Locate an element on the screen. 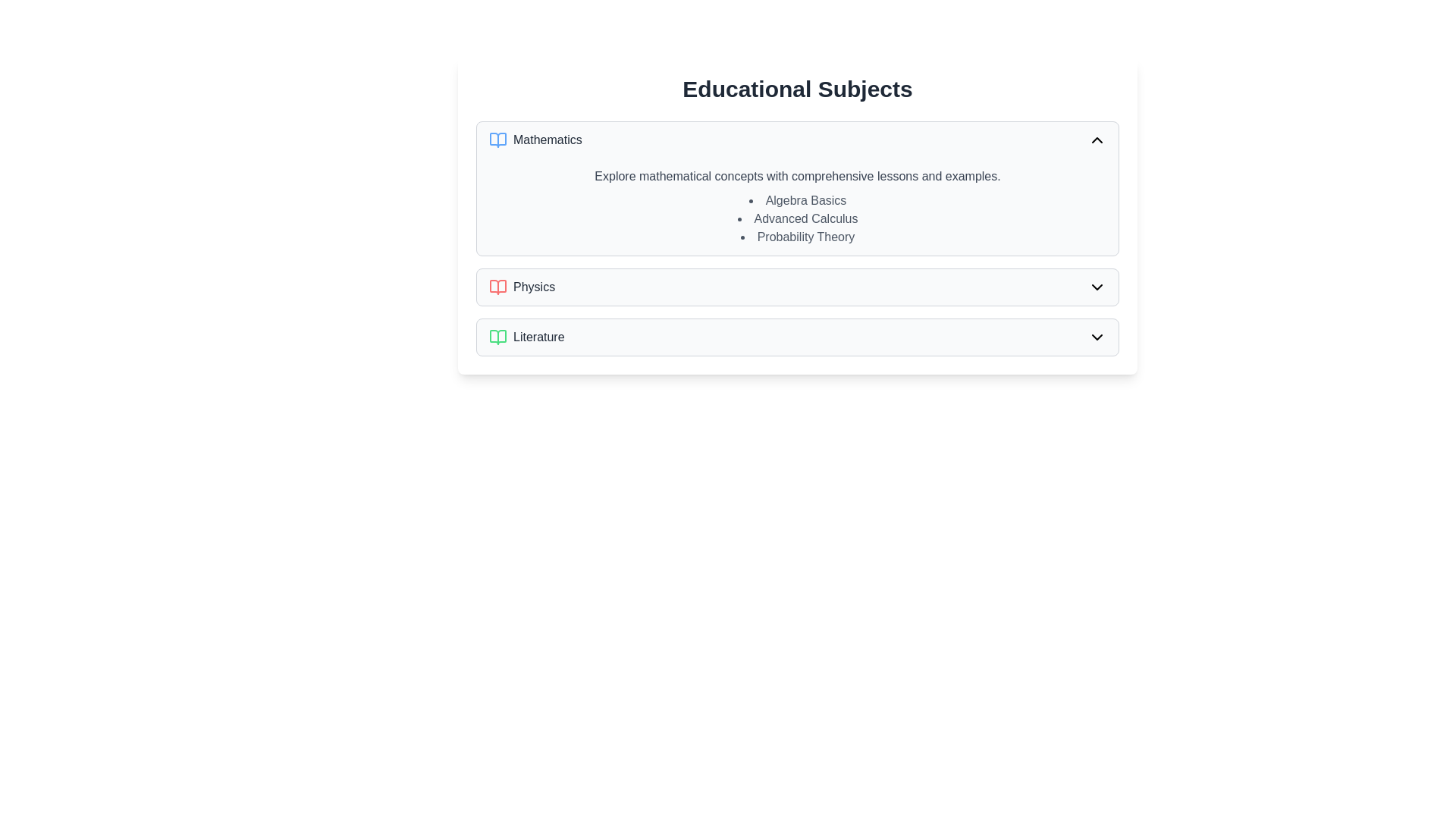 The height and width of the screenshot is (819, 1456). the button located at the far-right side of the 'Literature' row is located at coordinates (1097, 336).